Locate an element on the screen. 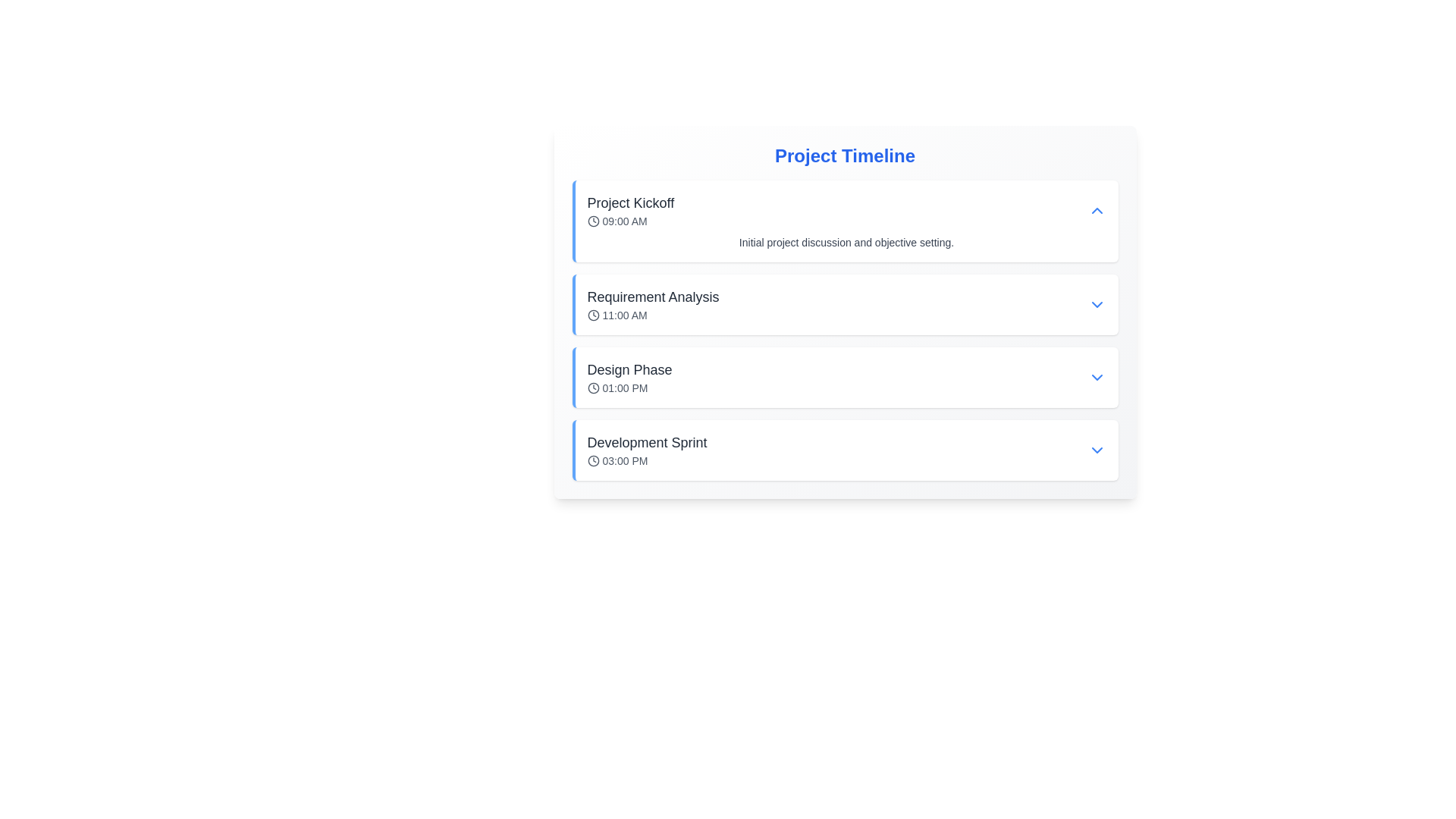 The width and height of the screenshot is (1456, 819). the downward-pointing blue chevron icon button located to the right of the 'Requirement Analysis 11:00 AM' text is located at coordinates (1097, 304).